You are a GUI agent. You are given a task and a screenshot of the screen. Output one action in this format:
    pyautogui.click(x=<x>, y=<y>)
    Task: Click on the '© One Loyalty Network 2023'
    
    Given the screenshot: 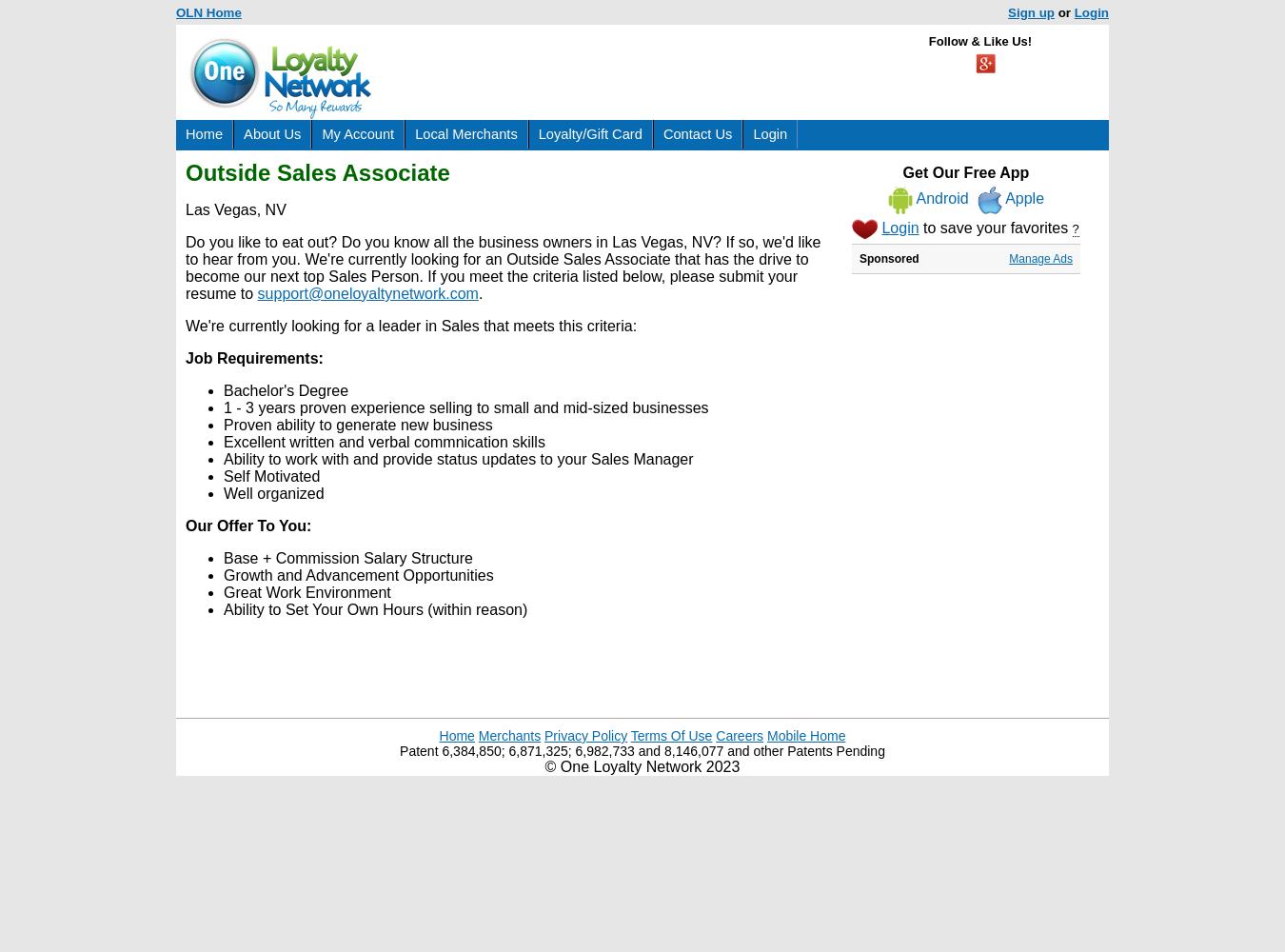 What is the action you would take?
    pyautogui.click(x=642, y=766)
    